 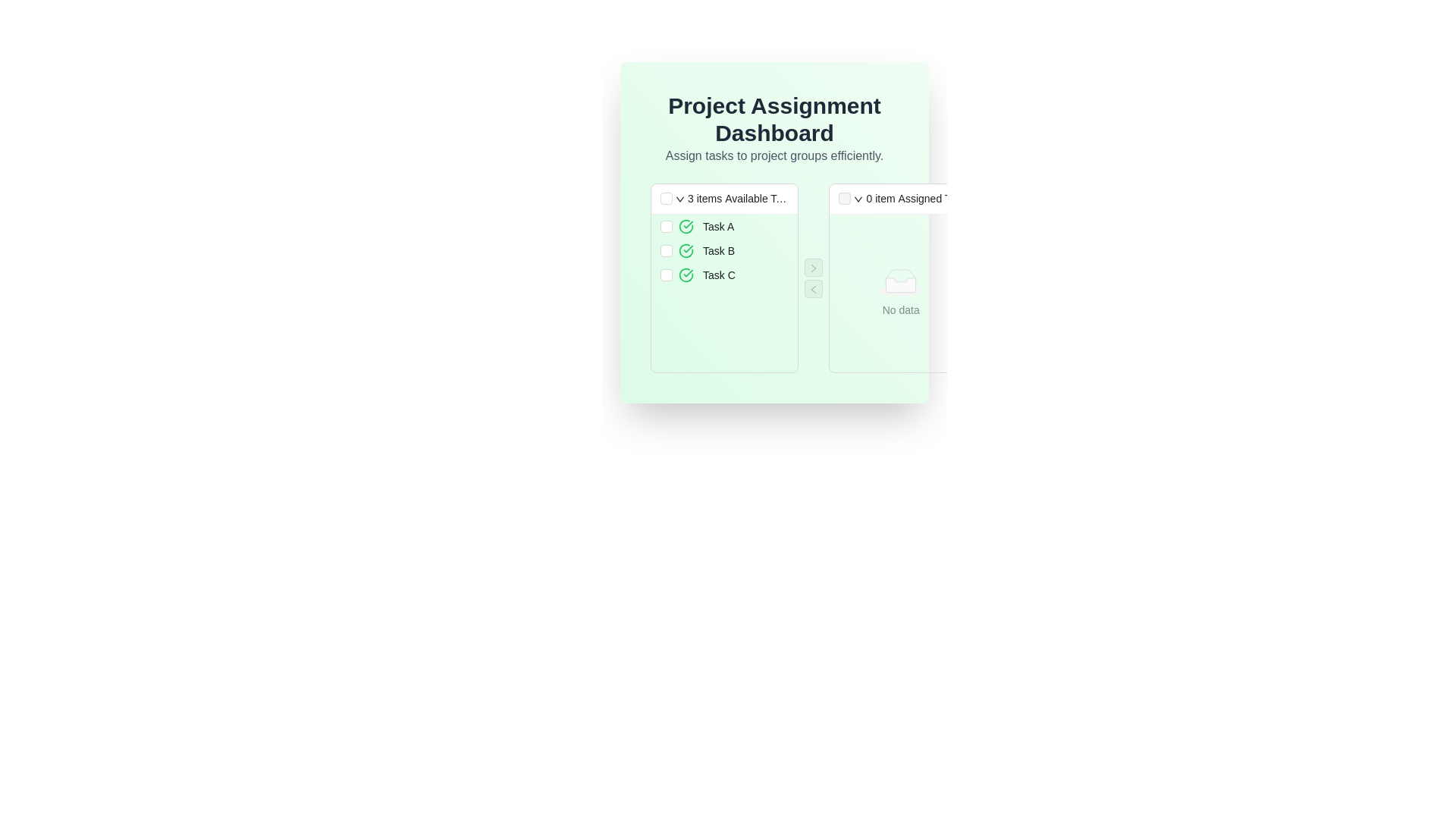 I want to click on the label displaying 'Task B', so click(x=718, y=250).